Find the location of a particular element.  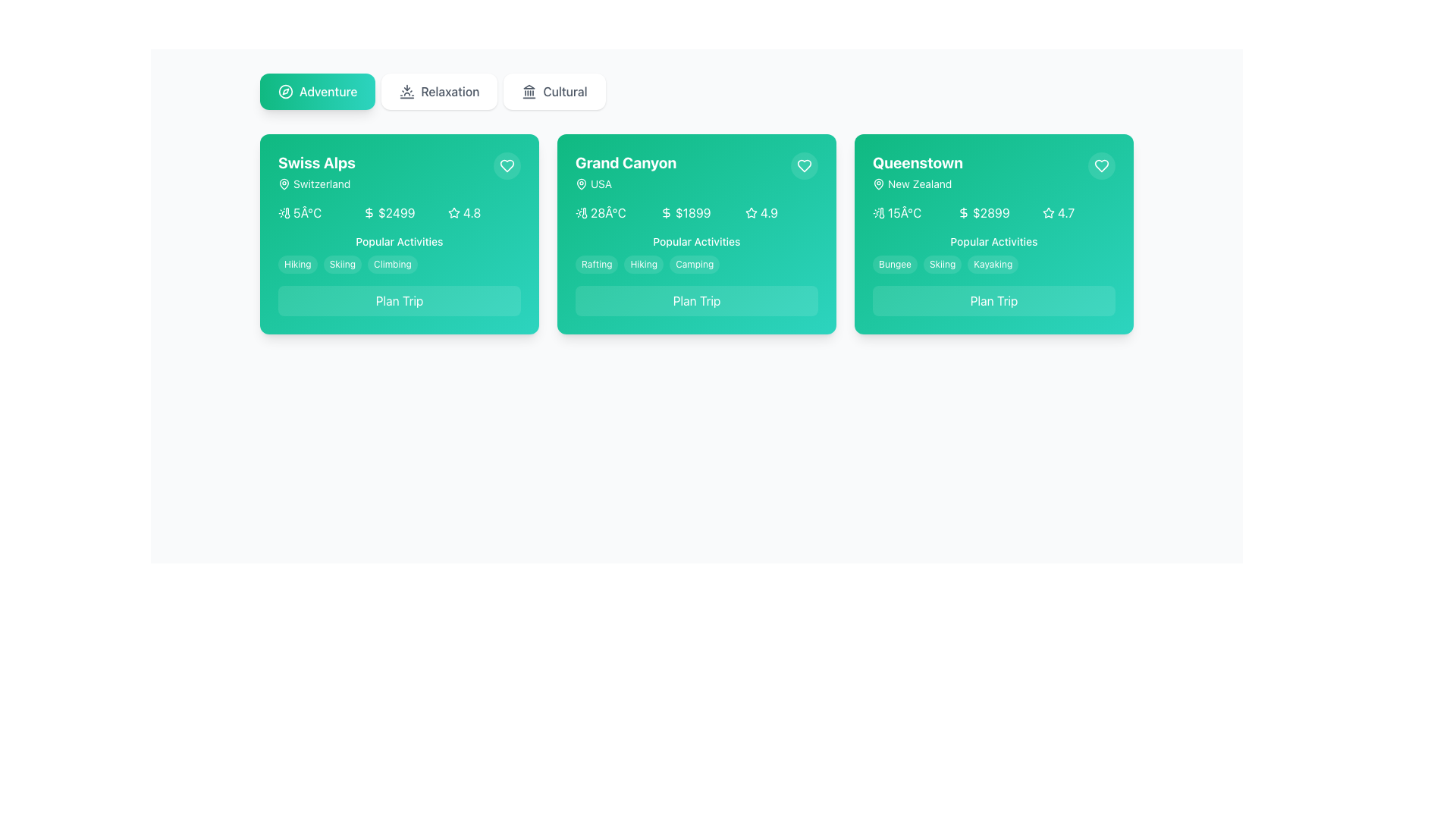

the heart-shaped indicator at the top-right corner of the 'Swiss Alps' card is located at coordinates (507, 166).